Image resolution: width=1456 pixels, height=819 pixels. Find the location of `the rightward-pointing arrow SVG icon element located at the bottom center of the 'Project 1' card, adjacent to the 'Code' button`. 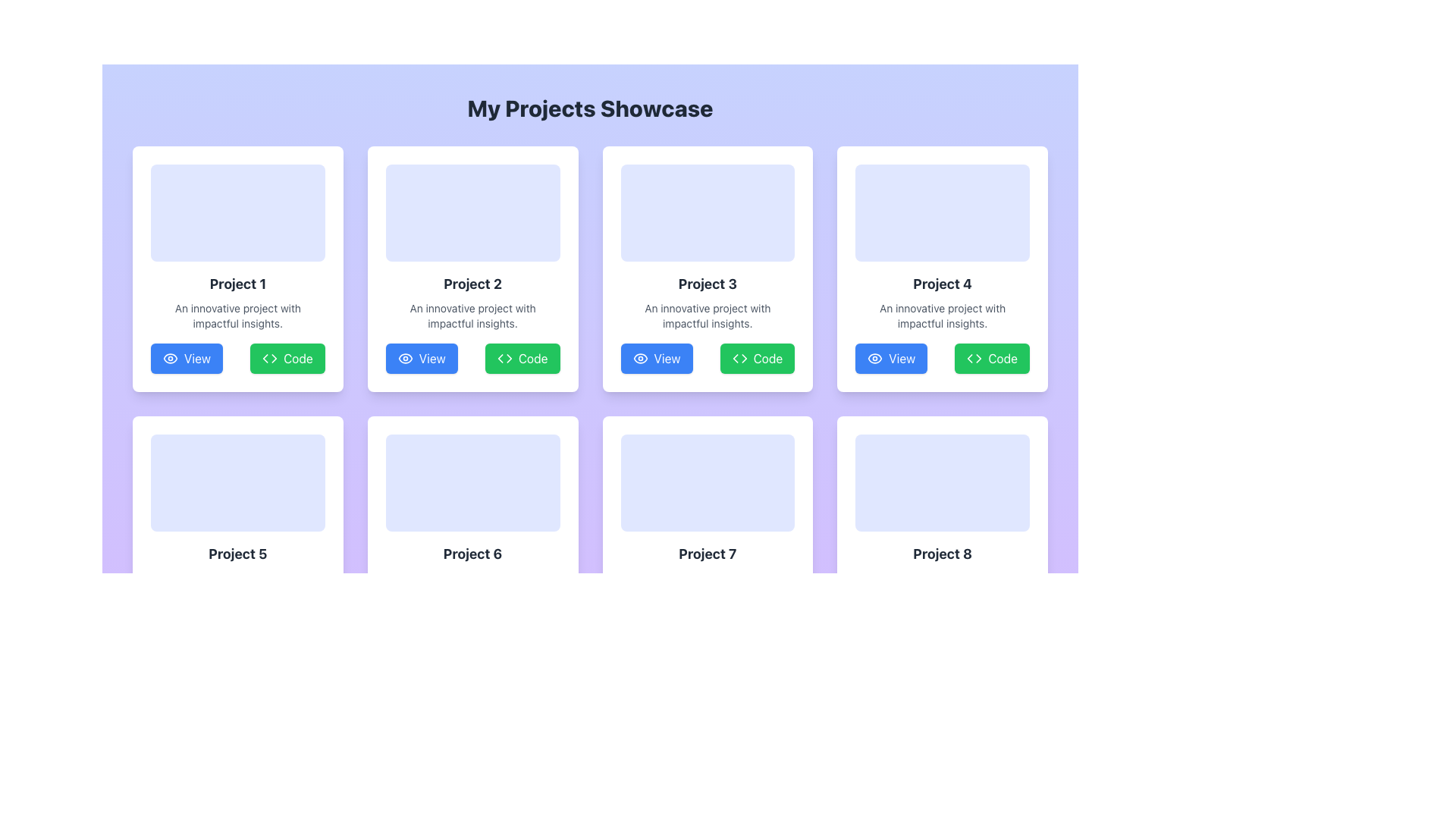

the rightward-pointing arrow SVG icon element located at the bottom center of the 'Project 1' card, adjacent to the 'Code' button is located at coordinates (274, 359).